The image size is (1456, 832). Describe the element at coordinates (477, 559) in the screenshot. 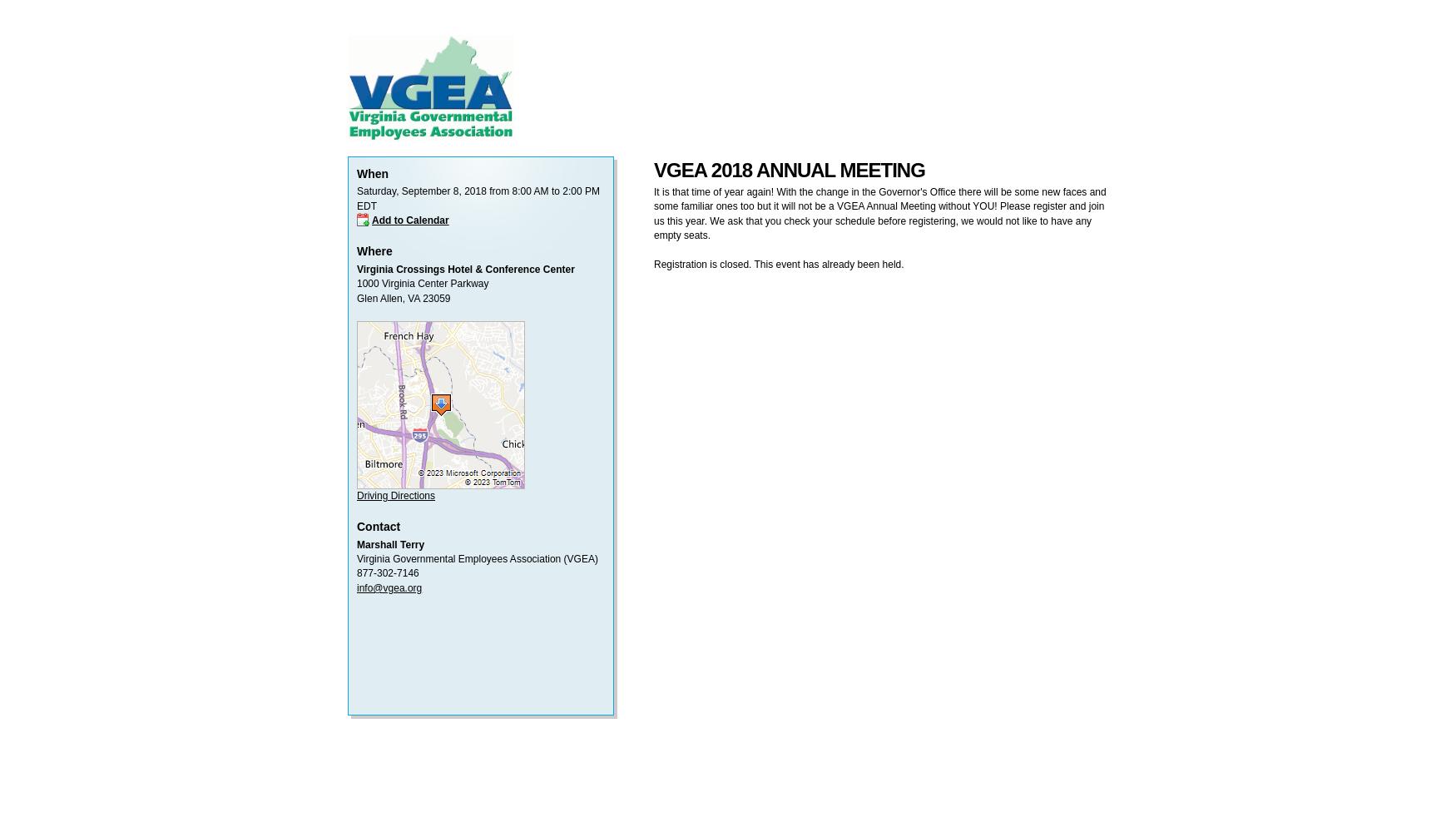

I see `'Virginia Governmental Employees Association (VGEA)'` at that location.